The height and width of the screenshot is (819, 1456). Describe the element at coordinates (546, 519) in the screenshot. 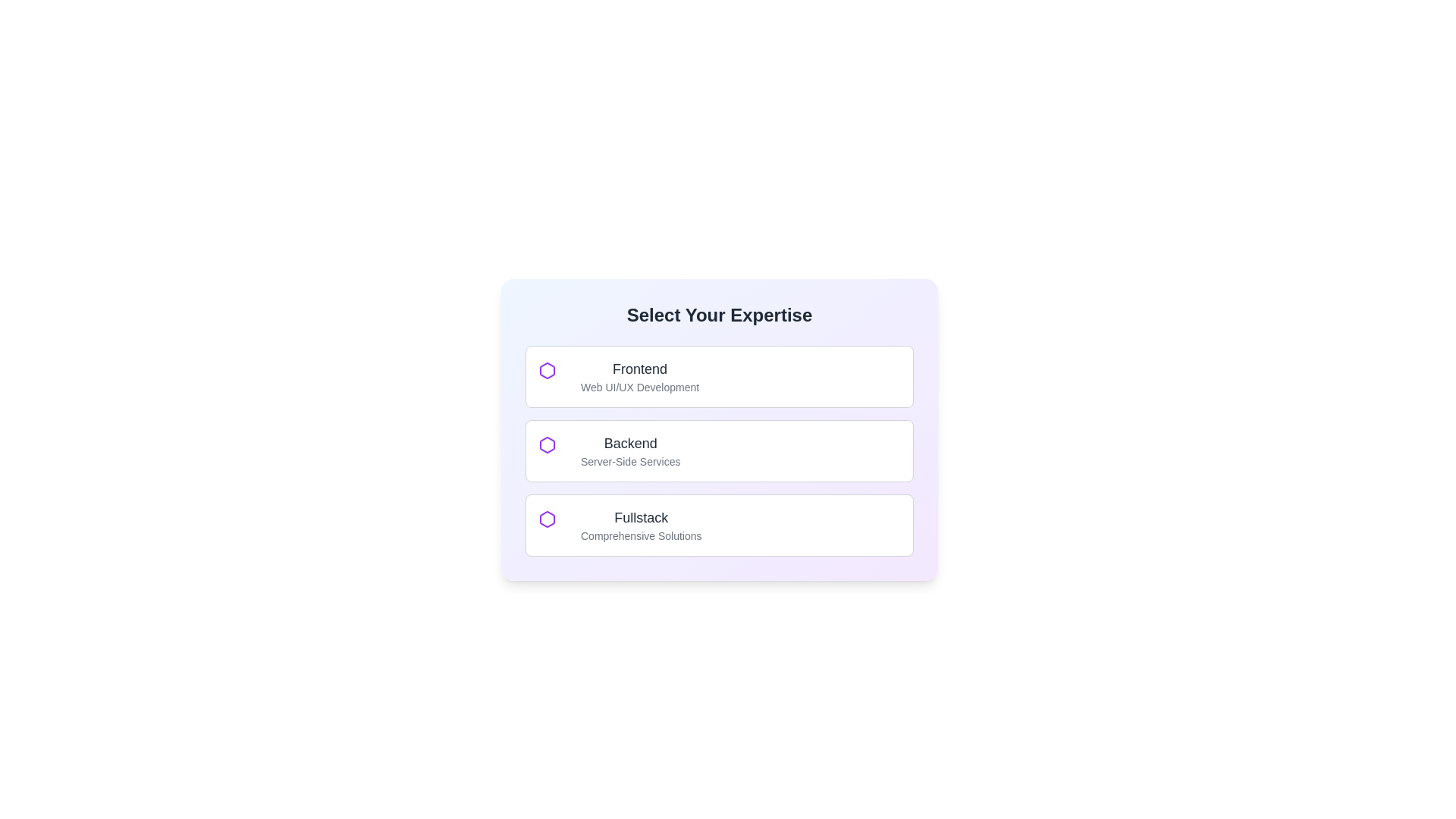

I see `the hexagonal SVG icon with purple stroked edges located to the left of the label 'Fullstack - Comprehensive Solutions' in the 'Select Your Expertise' section` at that location.